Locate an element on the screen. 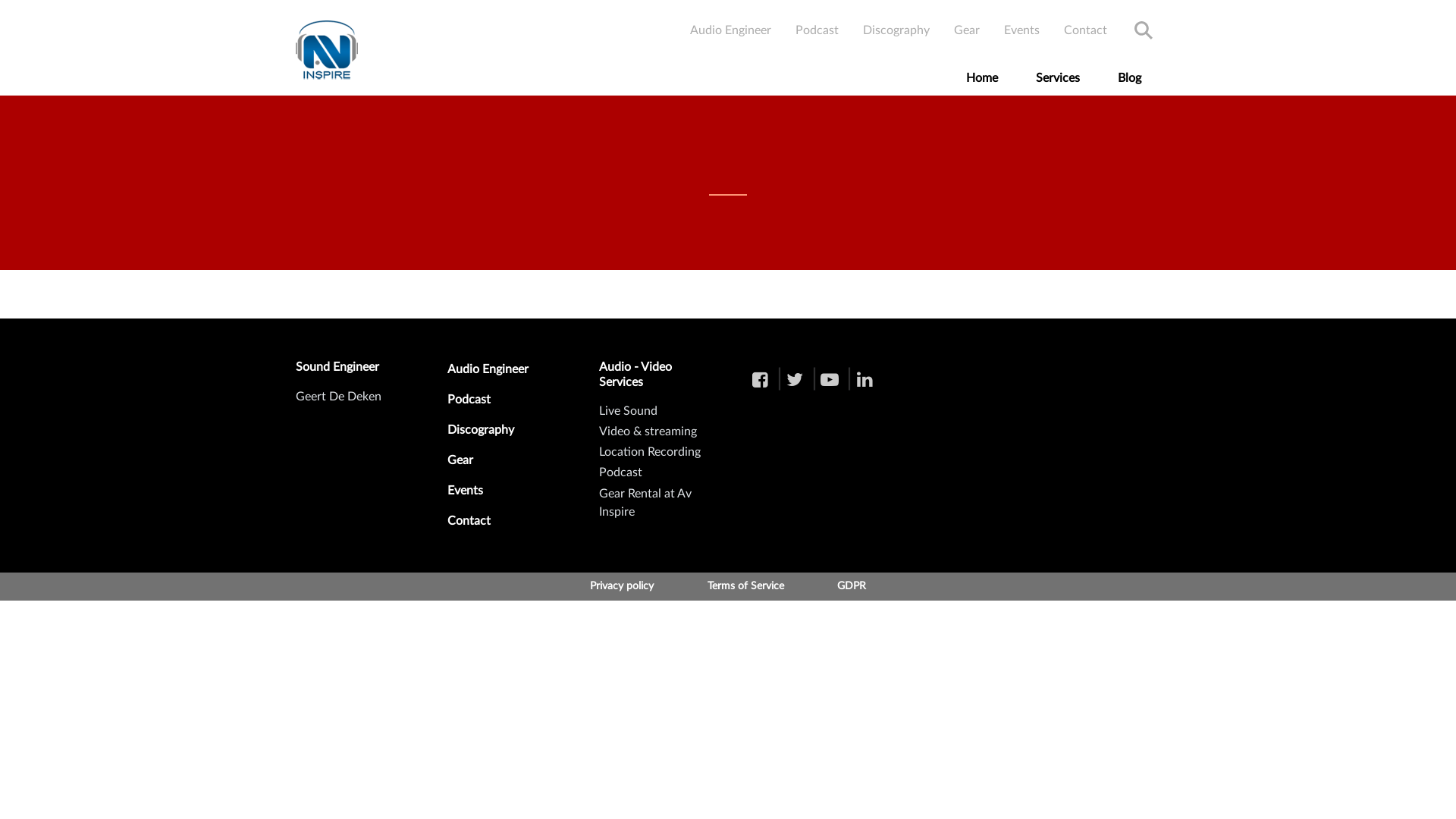 The height and width of the screenshot is (819, 1456). 'Privacy policy' is located at coordinates (622, 585).